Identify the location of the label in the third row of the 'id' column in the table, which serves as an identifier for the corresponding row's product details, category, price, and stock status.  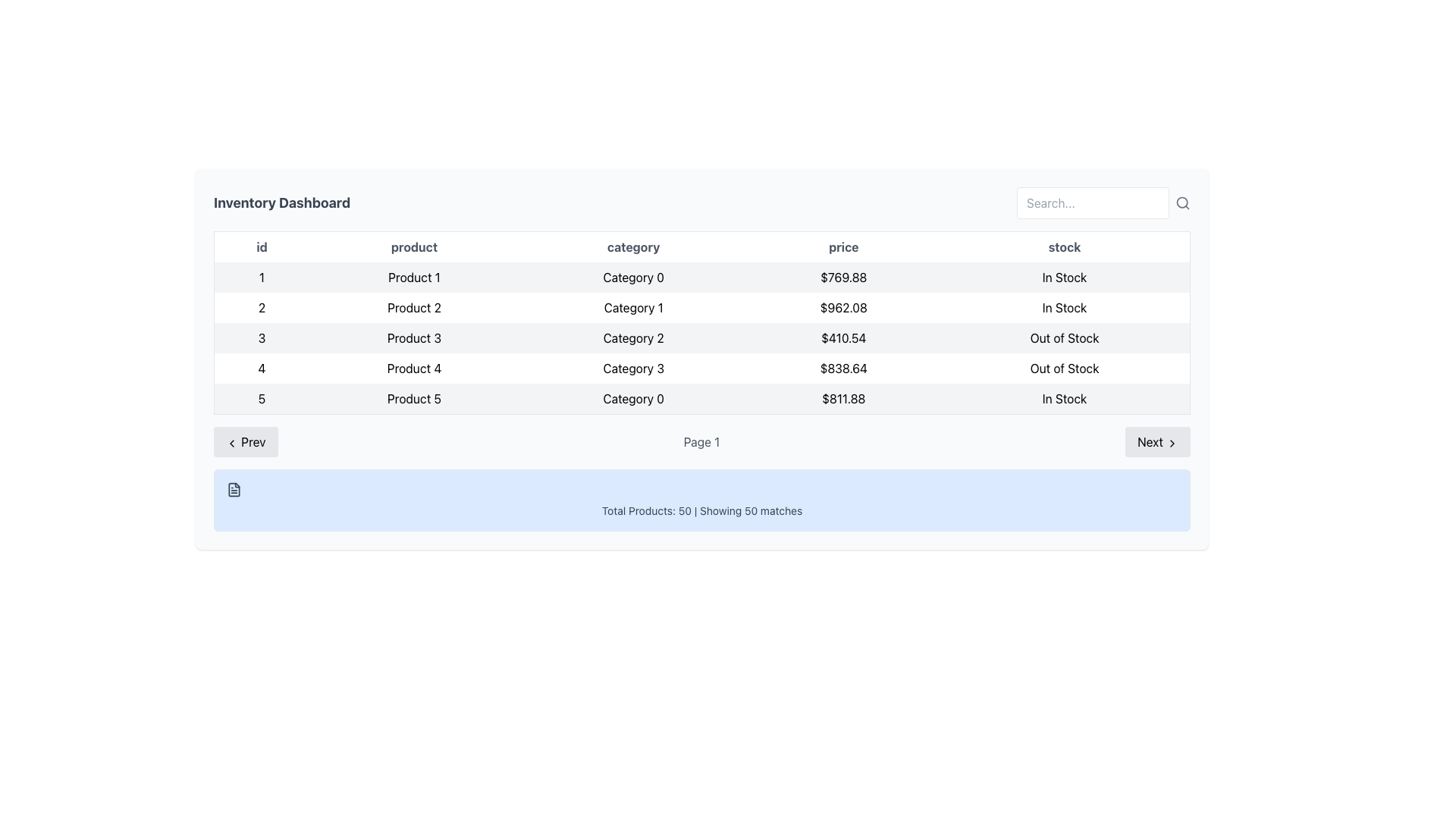
(262, 337).